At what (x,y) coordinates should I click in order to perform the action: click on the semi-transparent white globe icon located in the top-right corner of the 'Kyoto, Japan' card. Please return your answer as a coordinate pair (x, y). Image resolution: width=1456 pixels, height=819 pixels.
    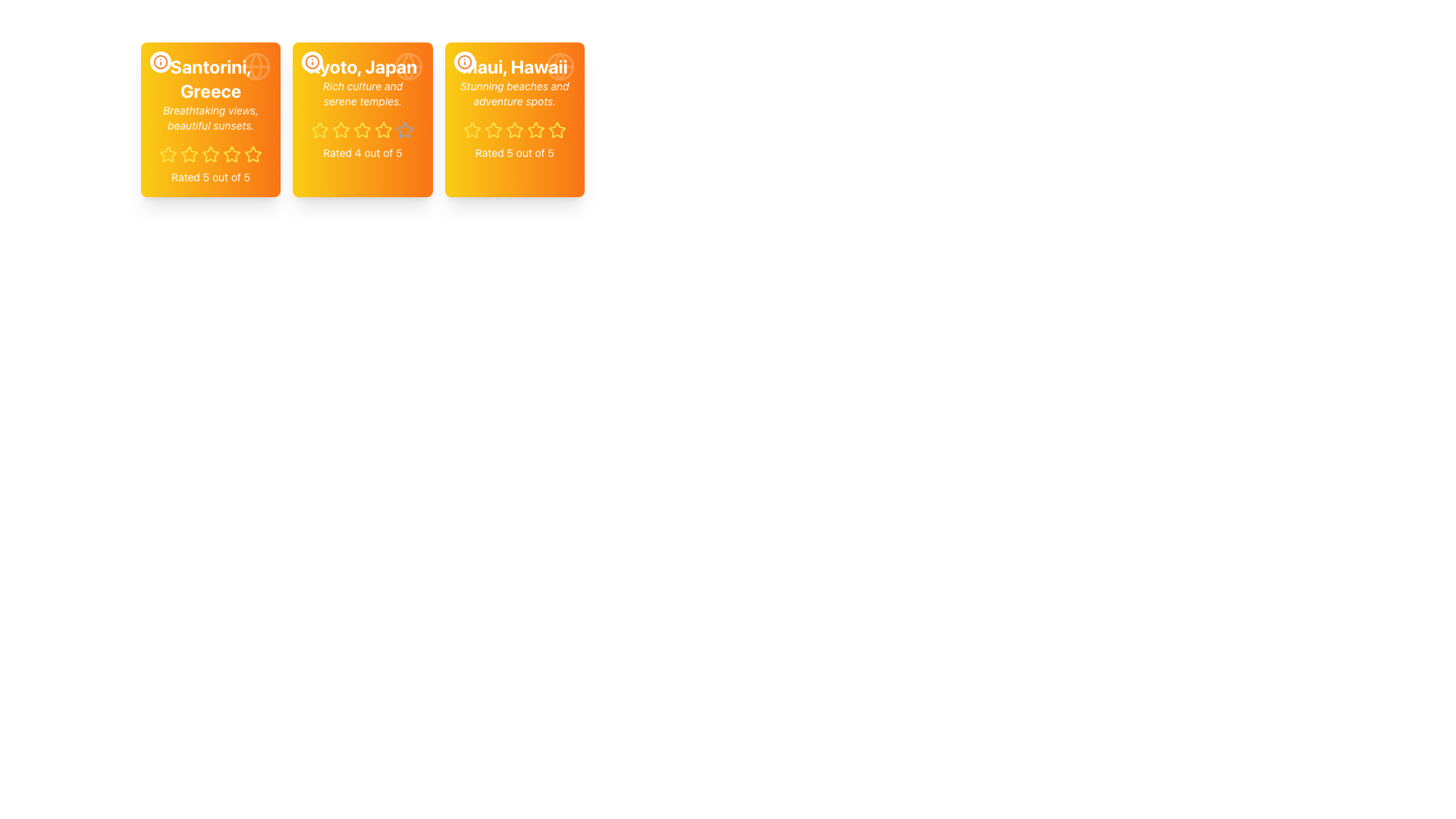
    Looking at the image, I should click on (408, 66).